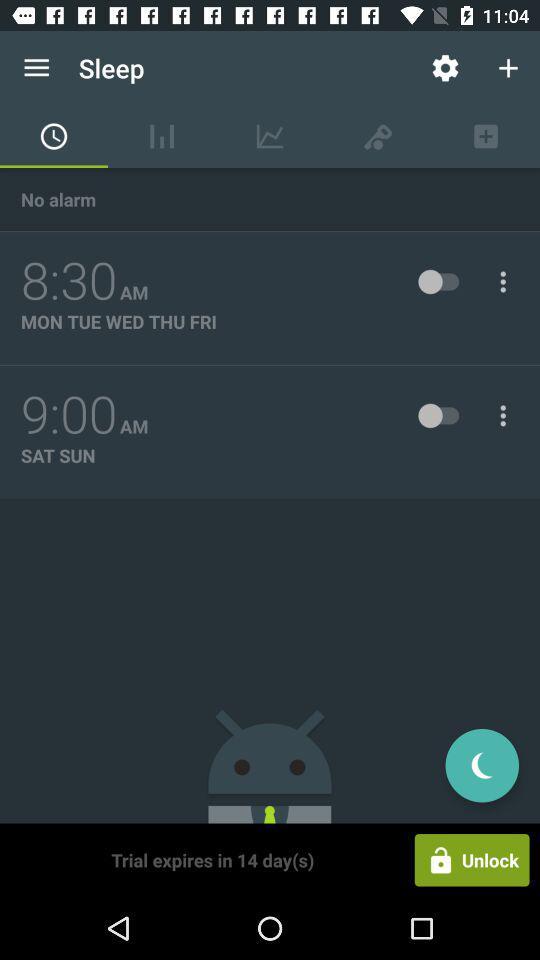 The image size is (540, 960). What do you see at coordinates (68, 414) in the screenshot?
I see `the icon above sat sun` at bounding box center [68, 414].